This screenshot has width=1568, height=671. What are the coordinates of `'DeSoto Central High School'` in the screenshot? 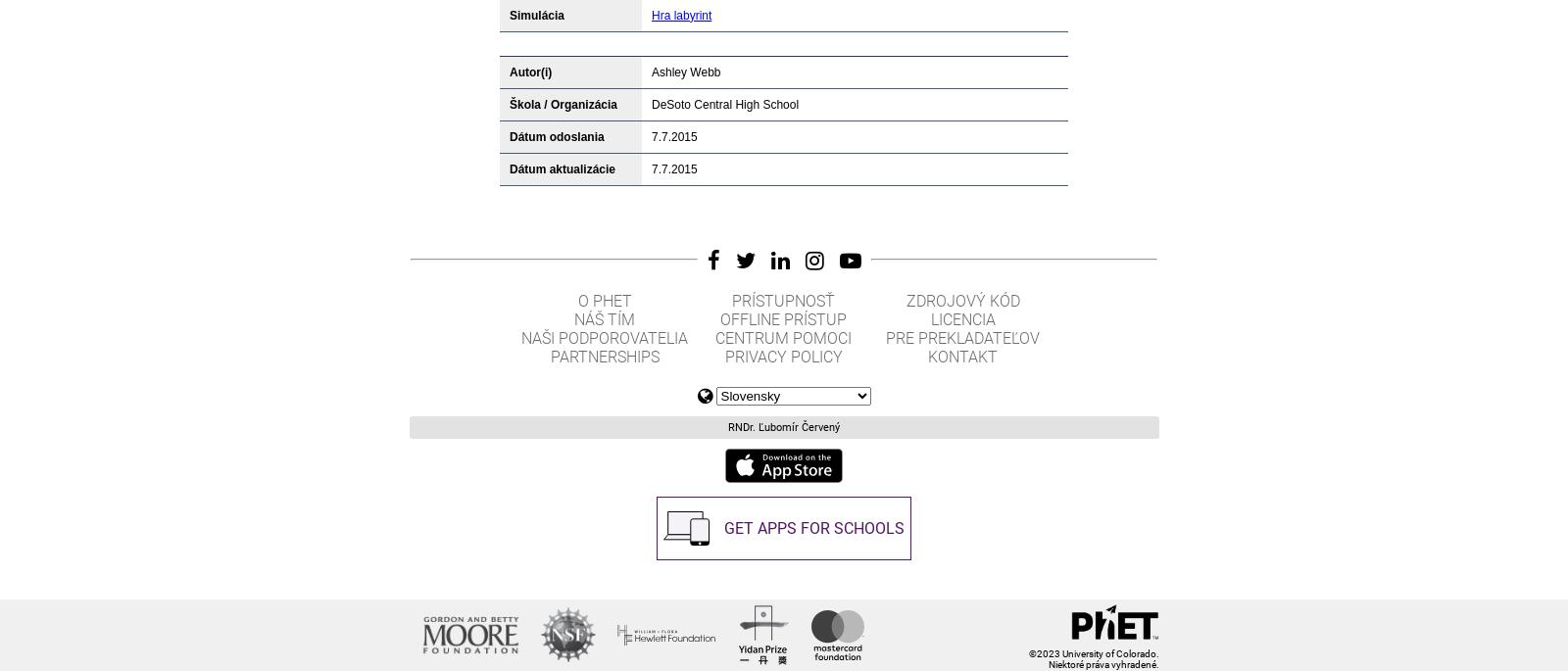 It's located at (725, 103).